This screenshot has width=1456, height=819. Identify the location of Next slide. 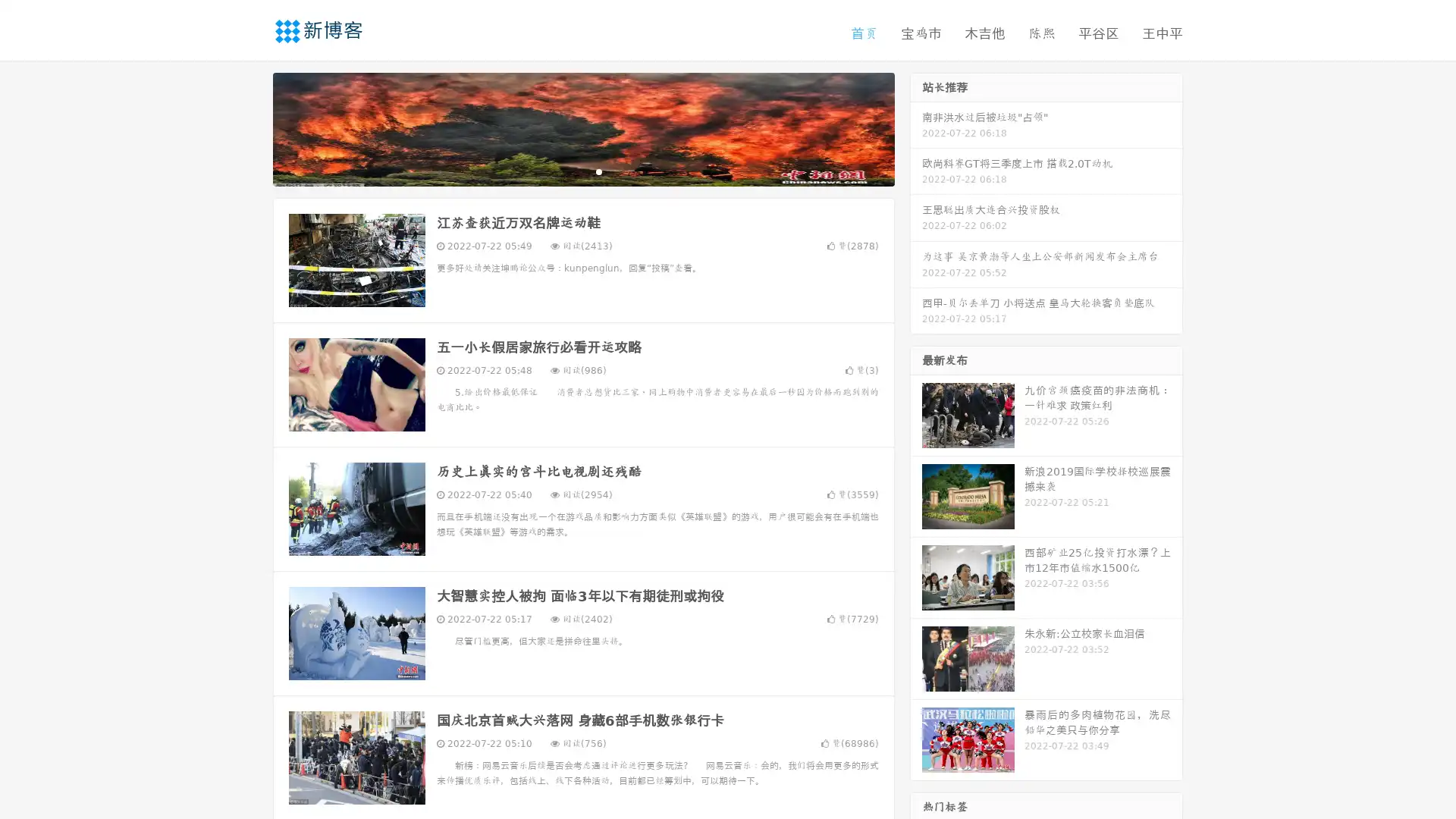
(916, 127).